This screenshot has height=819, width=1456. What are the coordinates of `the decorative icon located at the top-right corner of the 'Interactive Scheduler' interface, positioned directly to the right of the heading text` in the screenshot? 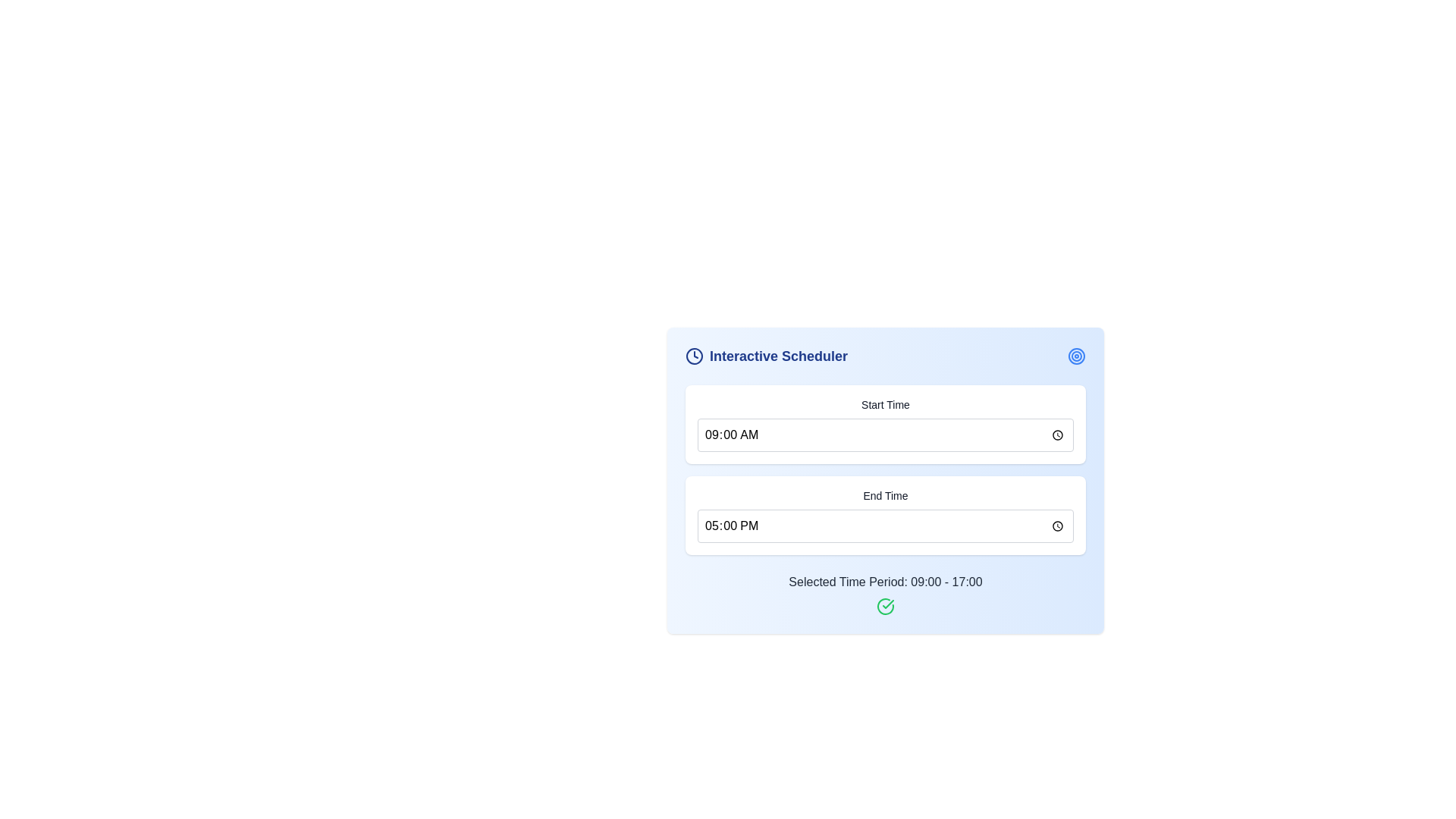 It's located at (1076, 356).